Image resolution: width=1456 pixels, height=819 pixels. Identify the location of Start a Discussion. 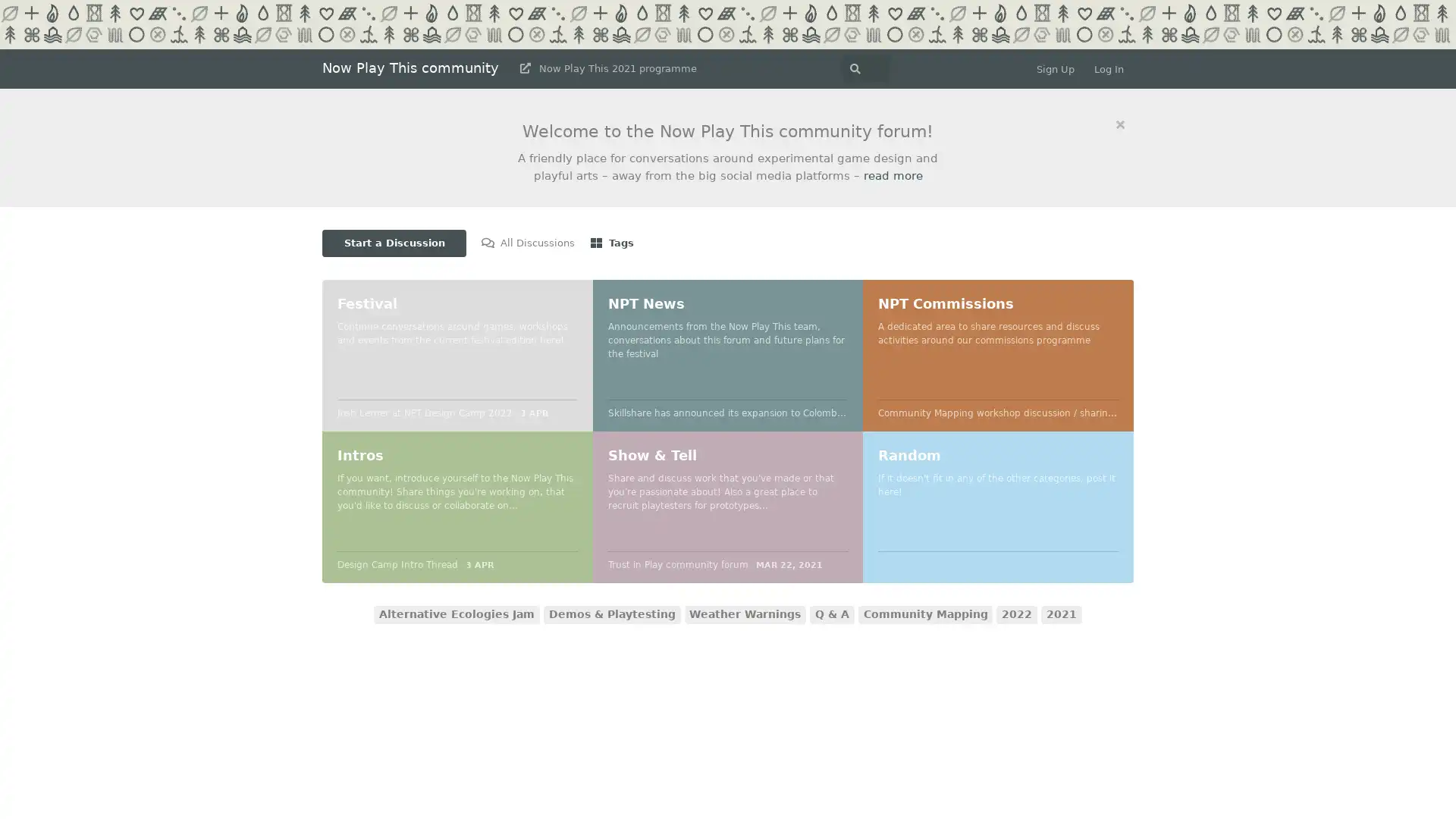
(394, 242).